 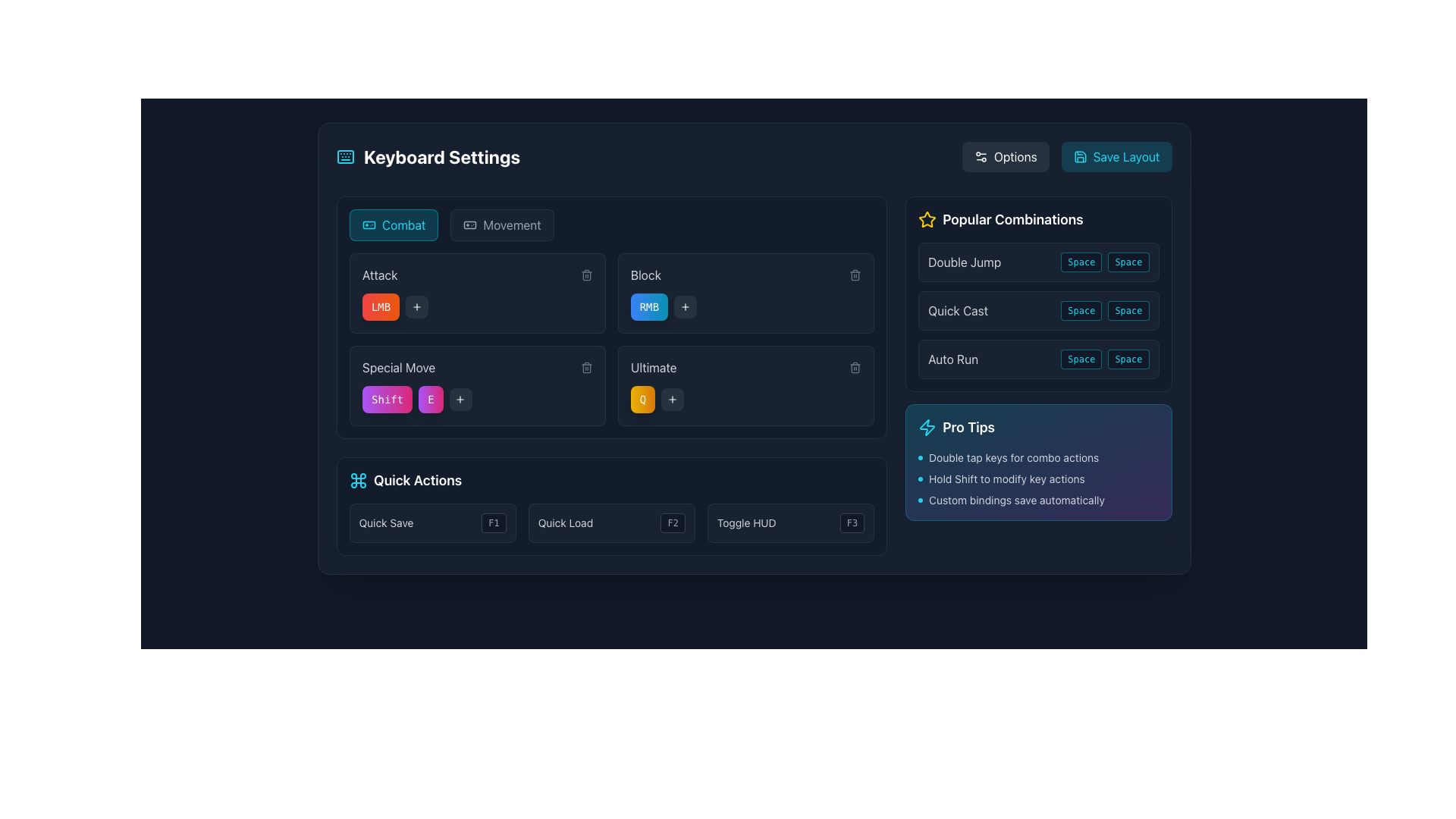 What do you see at coordinates (1081, 309) in the screenshot?
I see `the text label styled with rounded corners that displays 'Space' in a mono-spaced font, located in the 'Popular Combinations' section within the 'Quick Cast' row` at bounding box center [1081, 309].